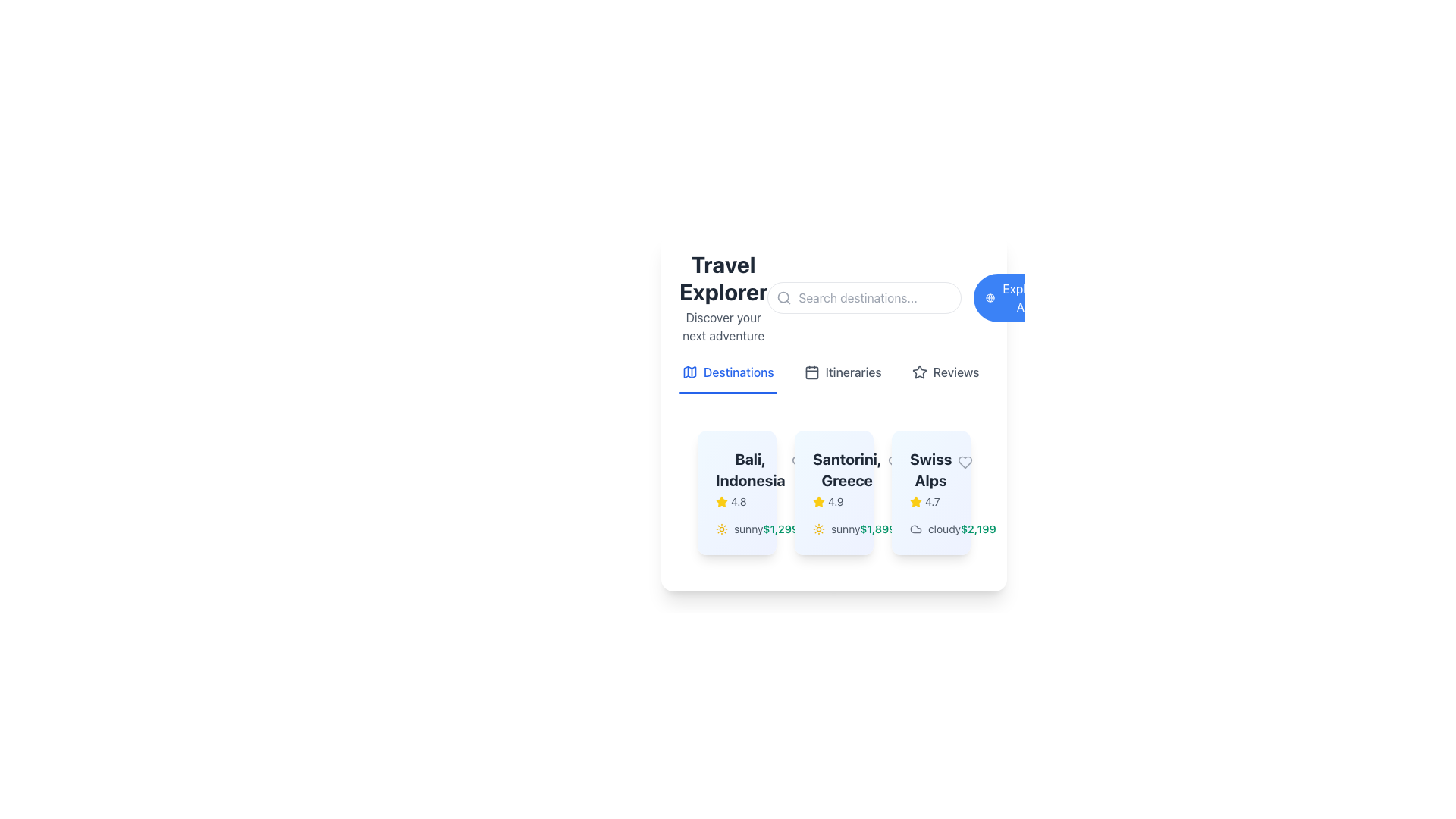 The image size is (1456, 819). I want to click on rating value displayed in the text label indicating user reviews, positioned to the right of the yellow star icon on the Swiss Alps card, so click(931, 502).